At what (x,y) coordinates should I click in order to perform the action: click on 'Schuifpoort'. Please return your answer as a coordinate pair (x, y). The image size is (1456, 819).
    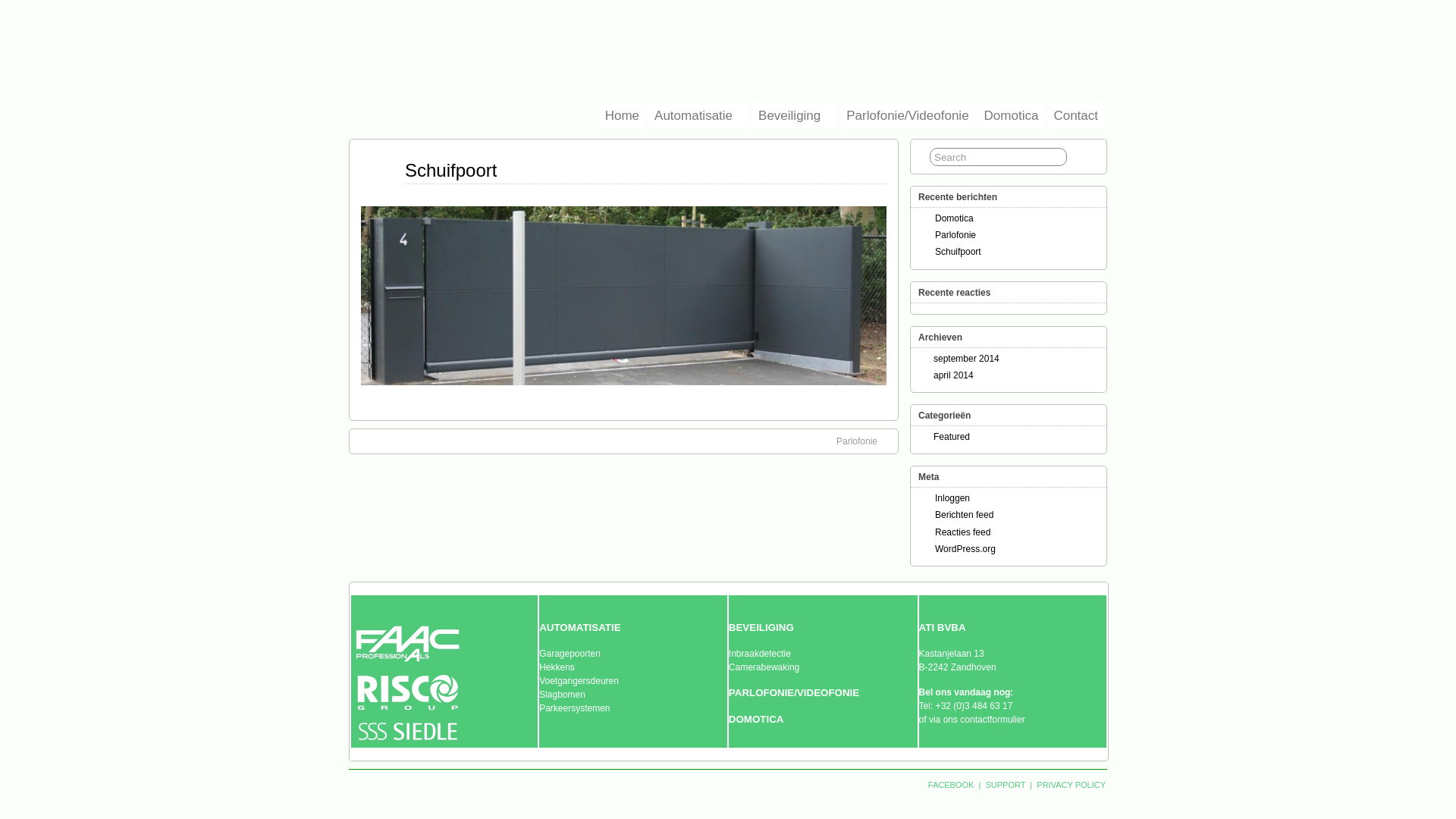
    Looking at the image, I should click on (404, 170).